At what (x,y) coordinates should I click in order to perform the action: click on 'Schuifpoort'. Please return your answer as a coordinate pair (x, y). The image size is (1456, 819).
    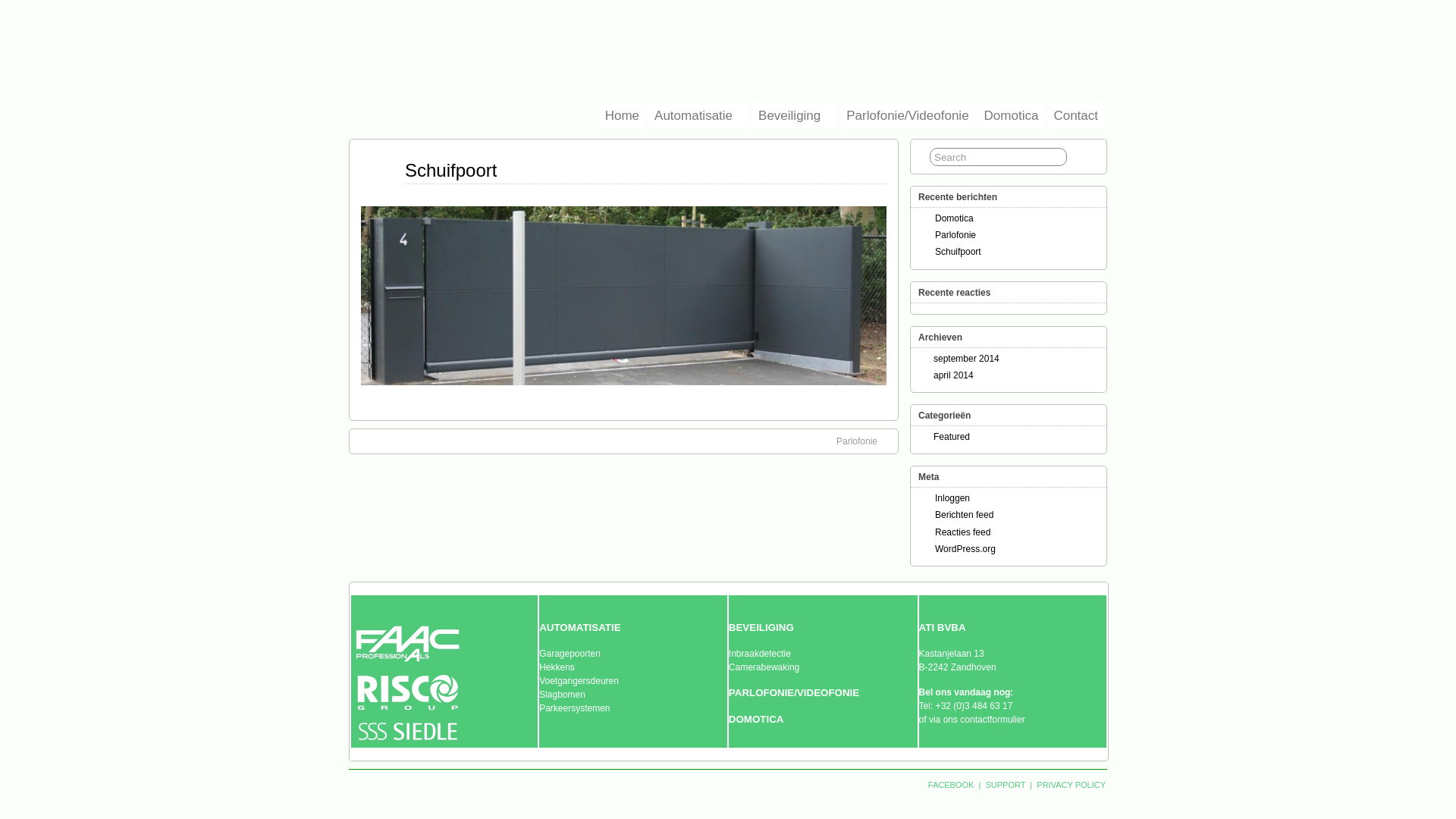
    Looking at the image, I should click on (404, 170).